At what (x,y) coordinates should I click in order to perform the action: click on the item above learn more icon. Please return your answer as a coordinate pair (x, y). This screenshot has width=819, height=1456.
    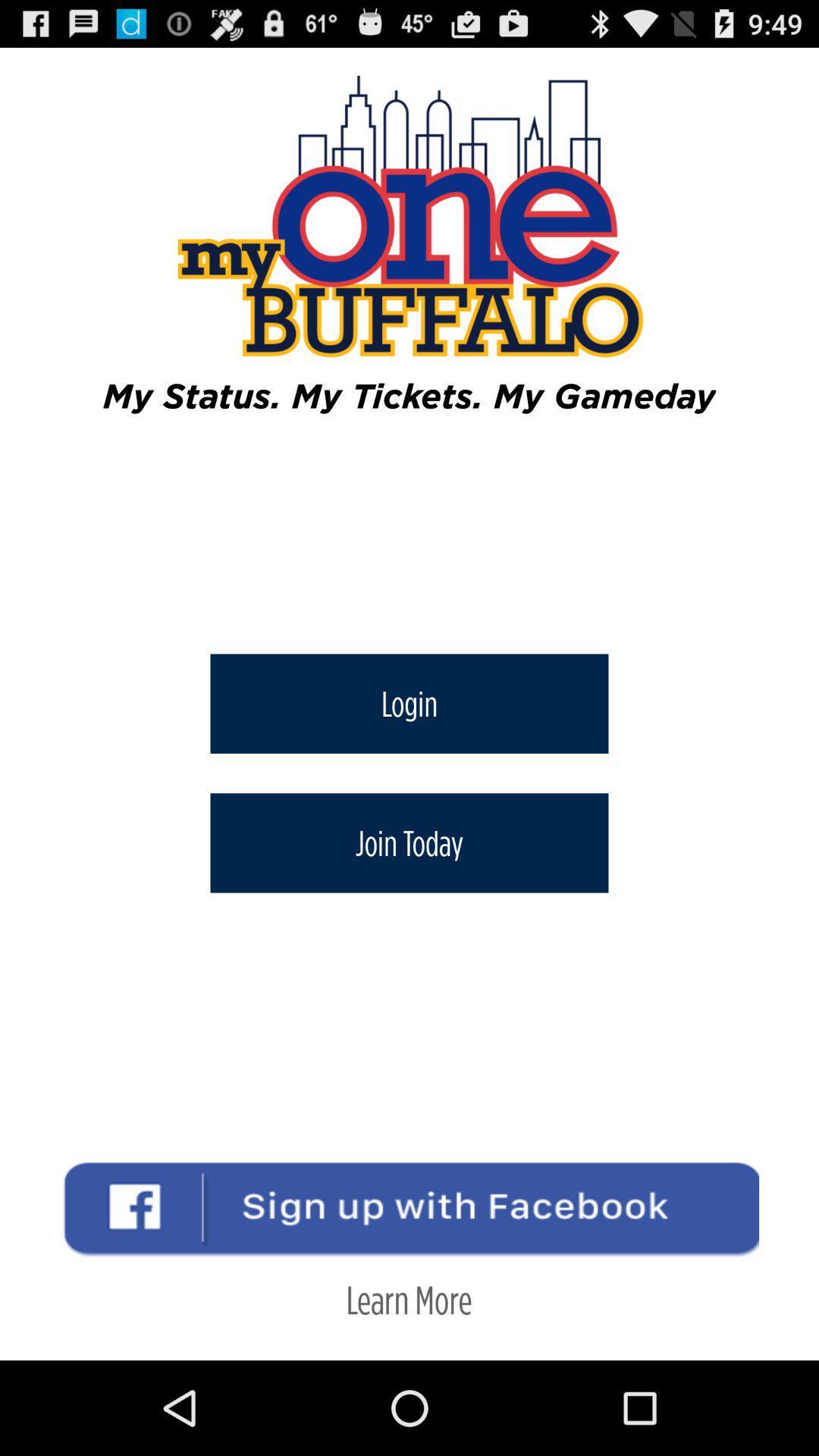
    Looking at the image, I should click on (409, 842).